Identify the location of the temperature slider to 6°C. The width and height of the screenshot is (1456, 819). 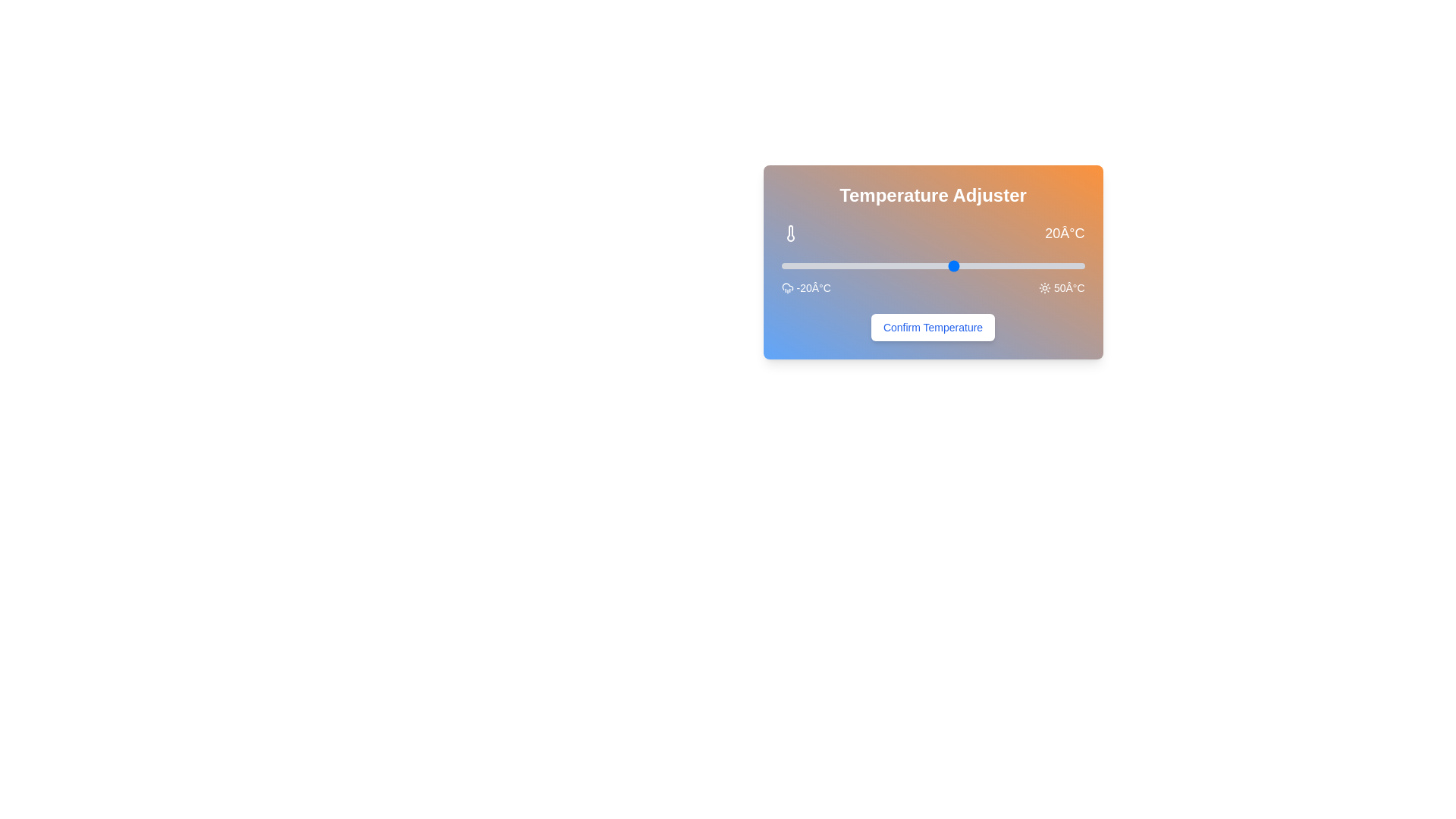
(894, 265).